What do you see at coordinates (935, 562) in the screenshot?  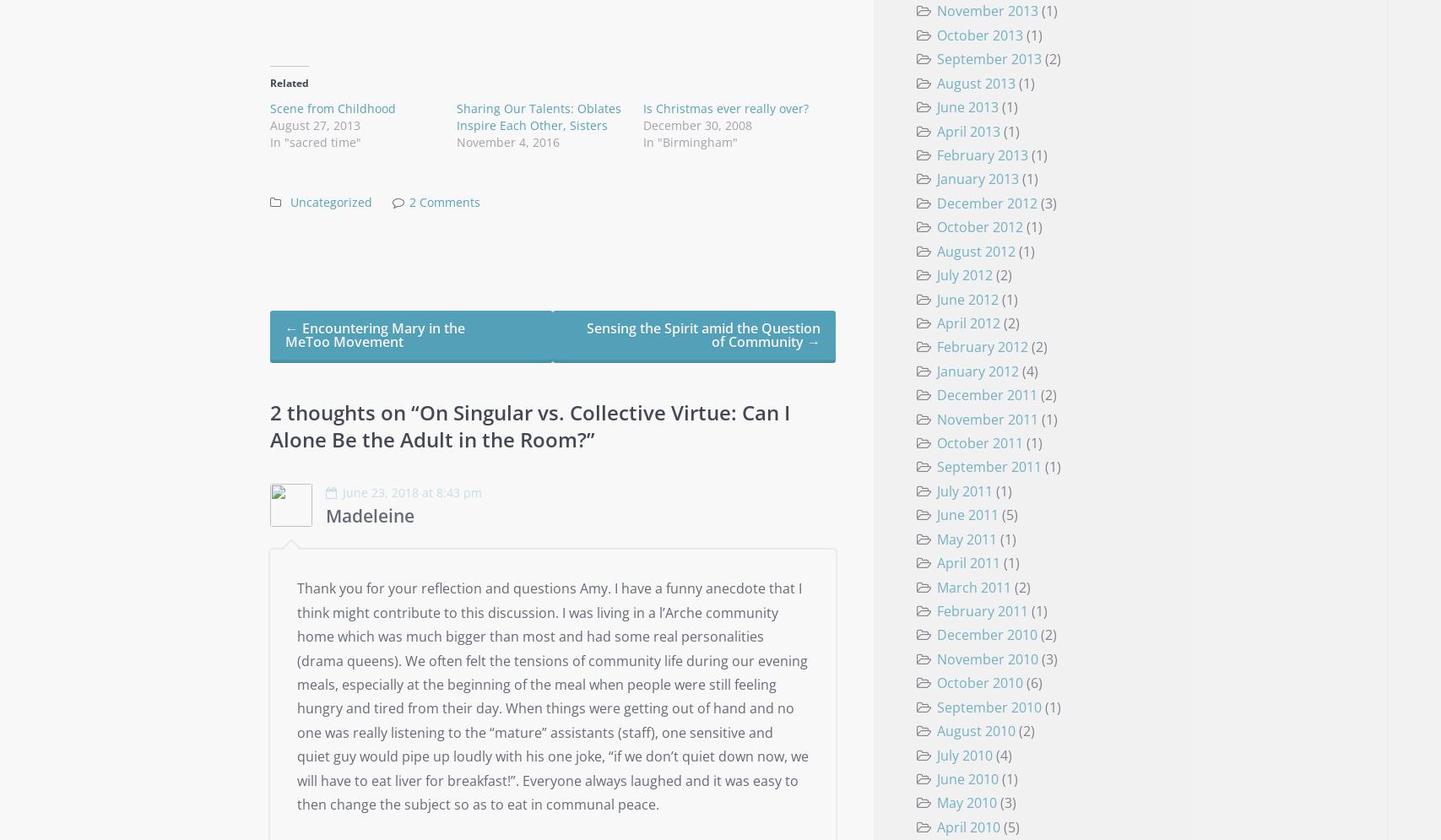 I see `'April 2011'` at bounding box center [935, 562].